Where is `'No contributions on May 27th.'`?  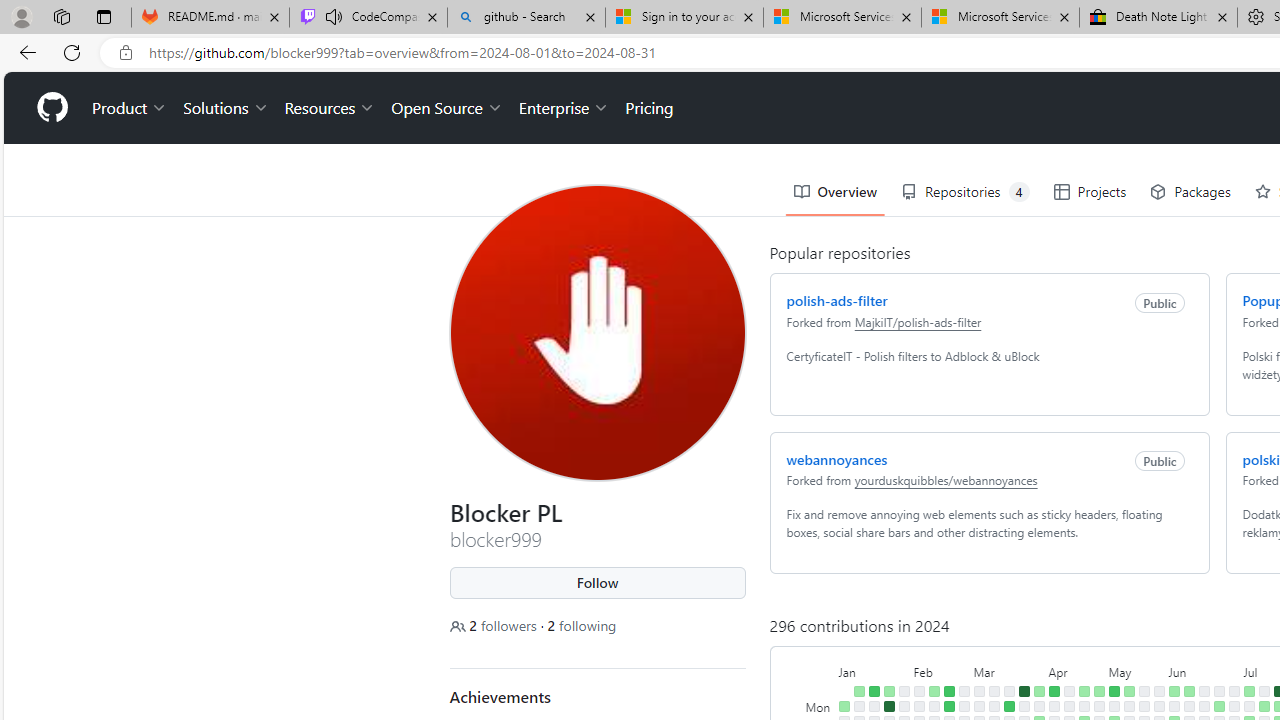
'No contributions on May 27th.' is located at coordinates (1159, 705).